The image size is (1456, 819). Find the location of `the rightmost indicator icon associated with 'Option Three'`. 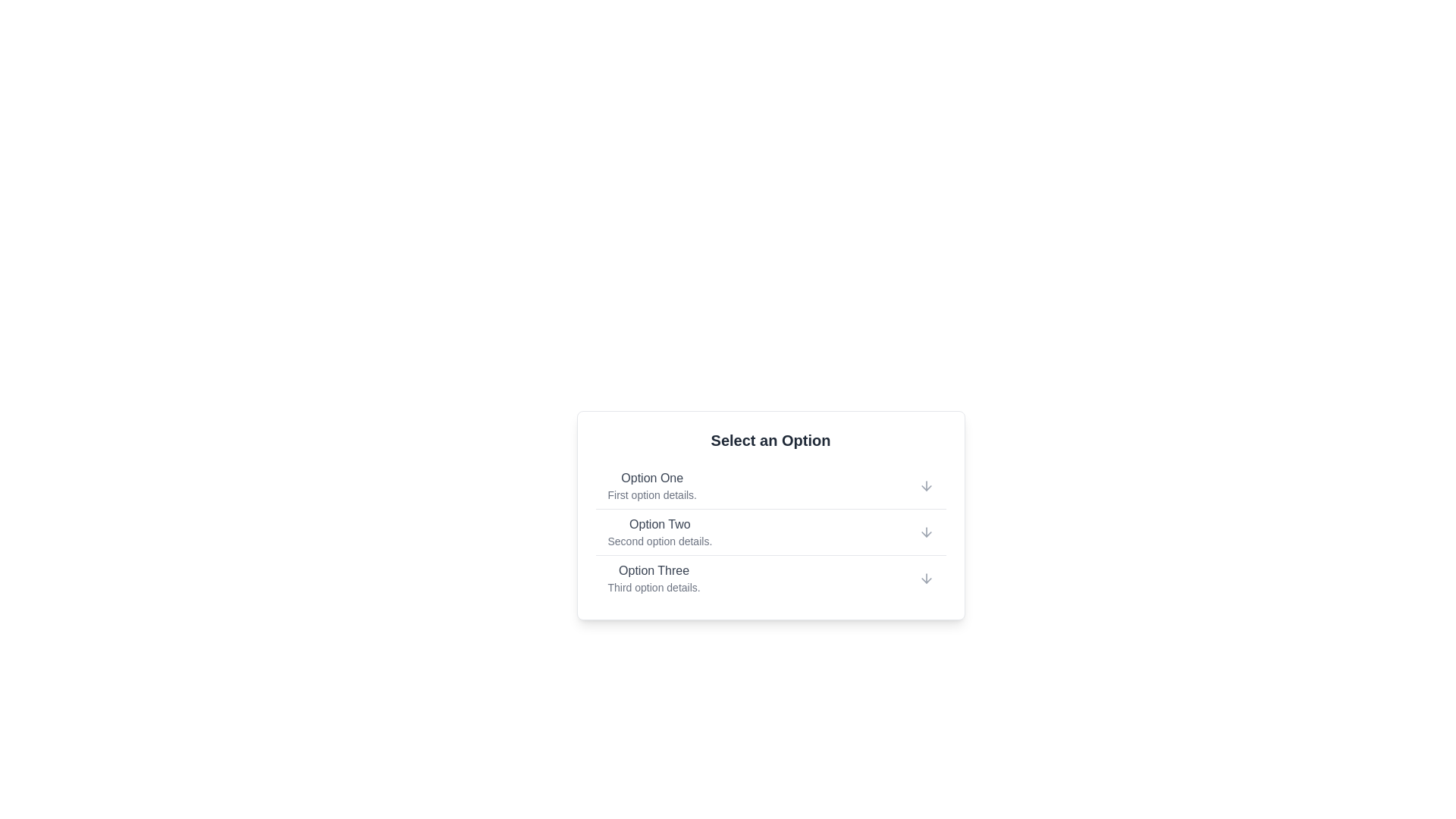

the rightmost indicator icon associated with 'Option Three' is located at coordinates (925, 579).